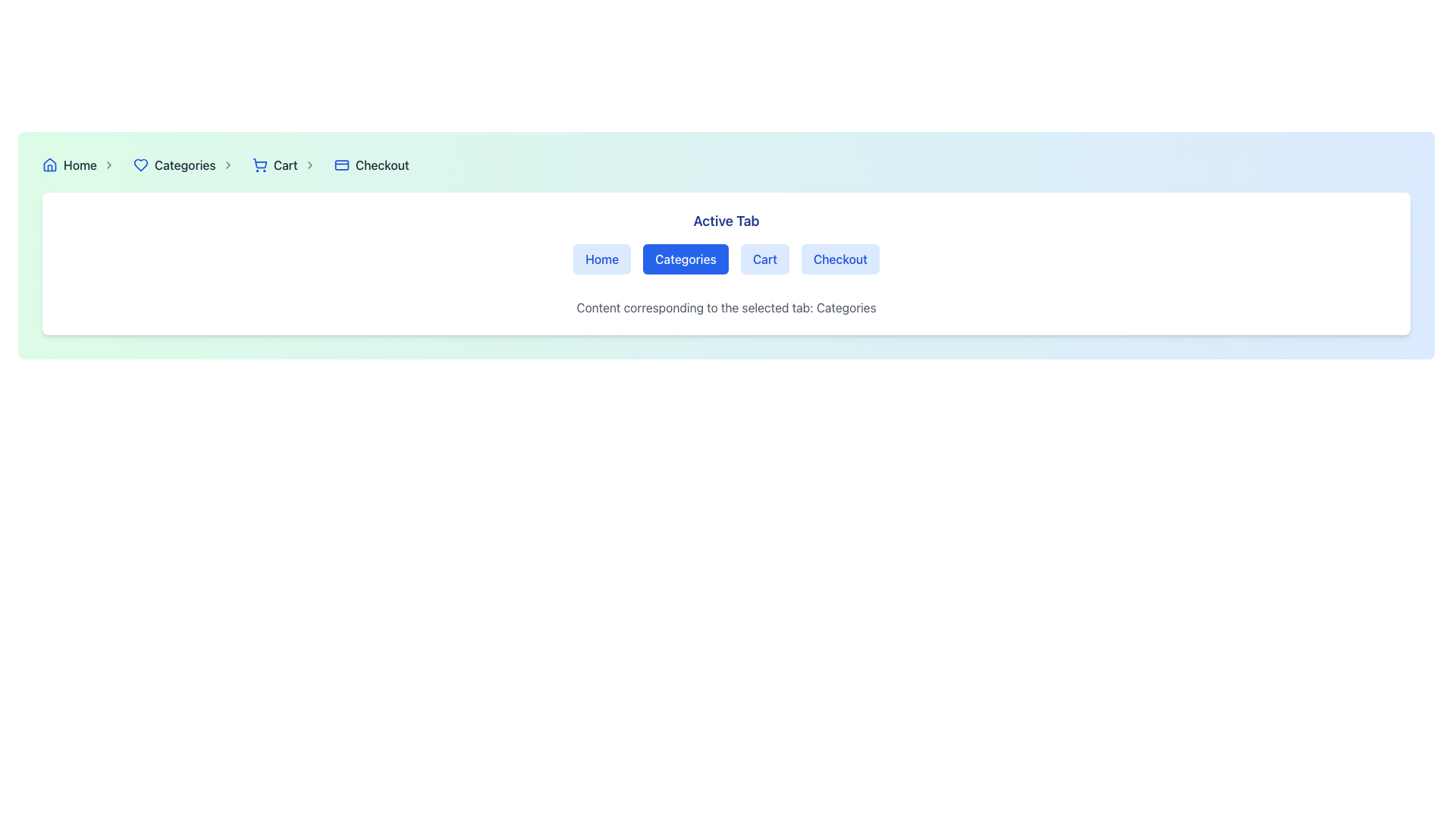  I want to click on the Navigation bar located at the top section of the interface, so click(726, 165).